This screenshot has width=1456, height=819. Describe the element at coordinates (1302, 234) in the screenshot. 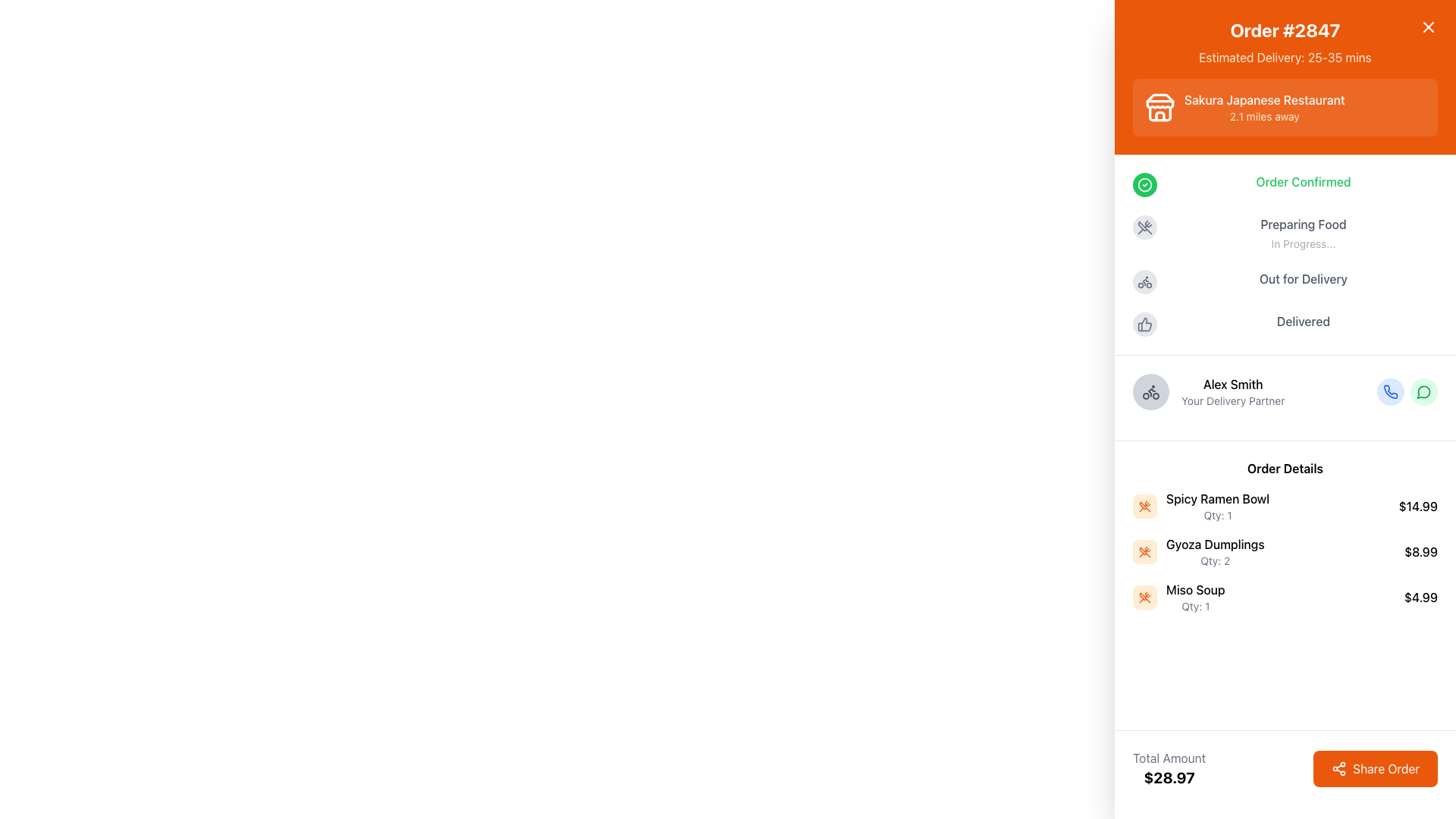

I see `the text element displaying the current status of the order, which indicates that the food preparation process is ongoing, located in the middle of the vertical progress tracker on the right-hand side of the interface` at that location.